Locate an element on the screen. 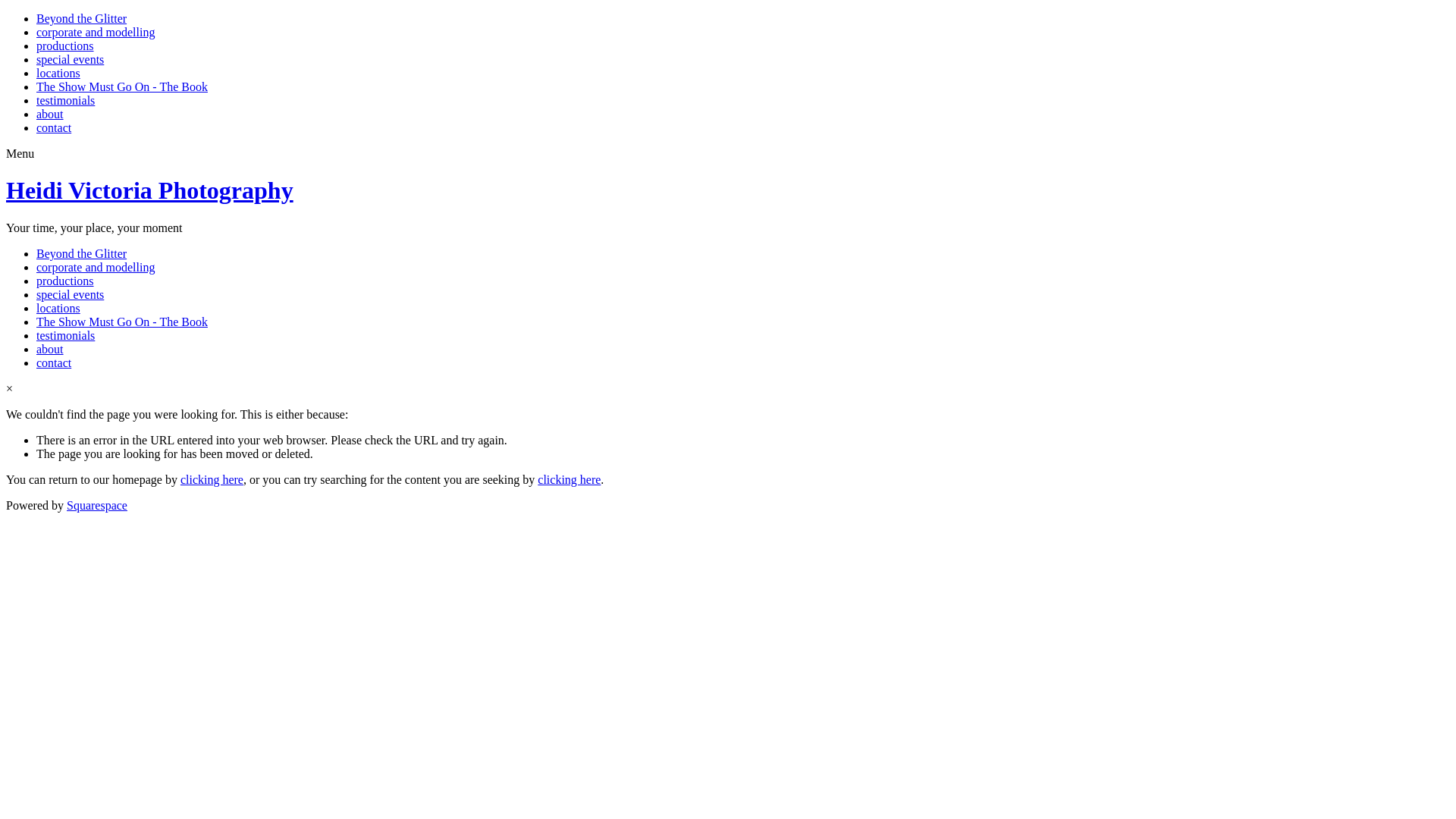 This screenshot has width=1456, height=819. 'about' is located at coordinates (50, 349).